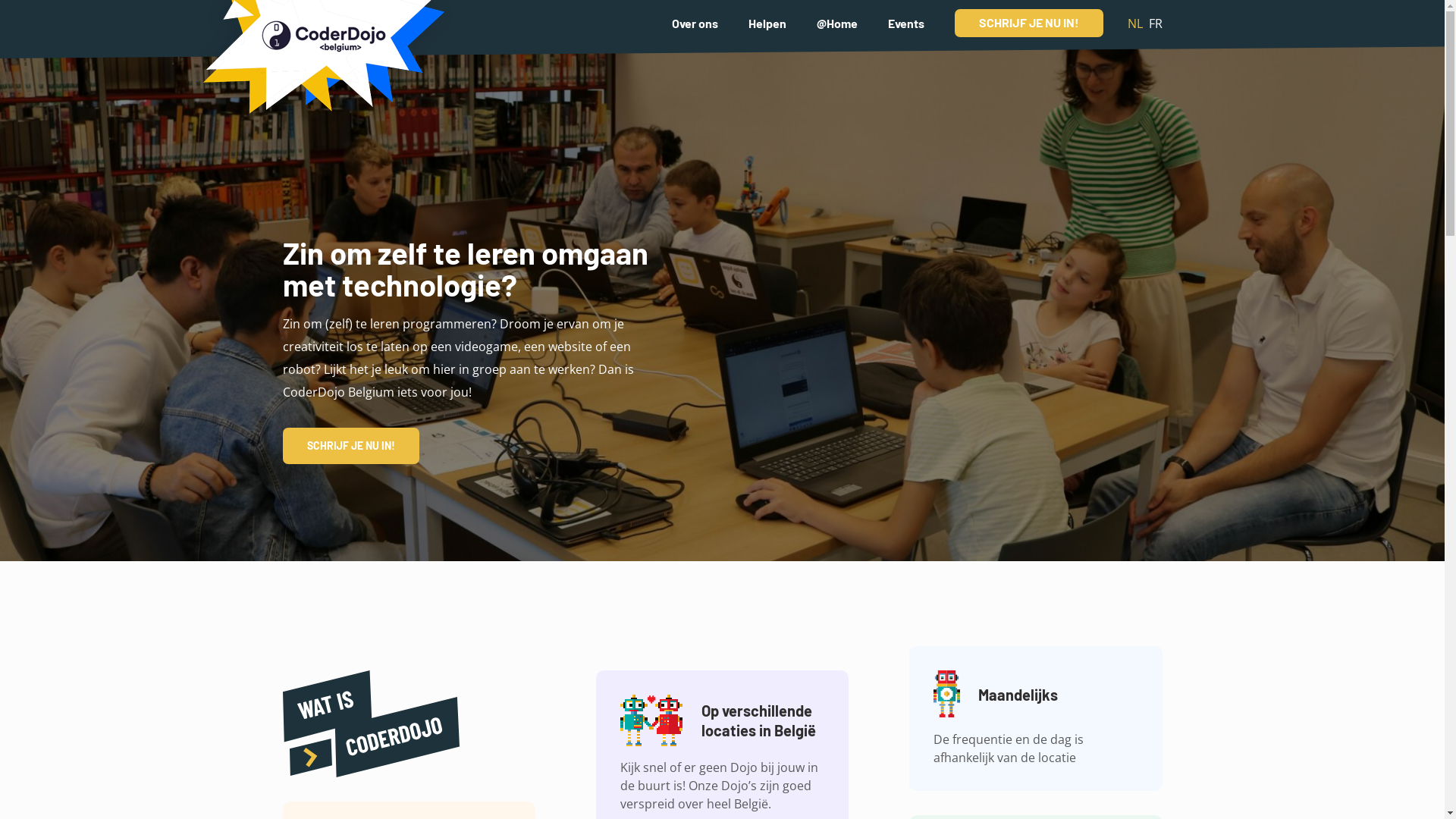  Describe the element at coordinates (319, 69) in the screenshot. I see `'Coderdojo'` at that location.